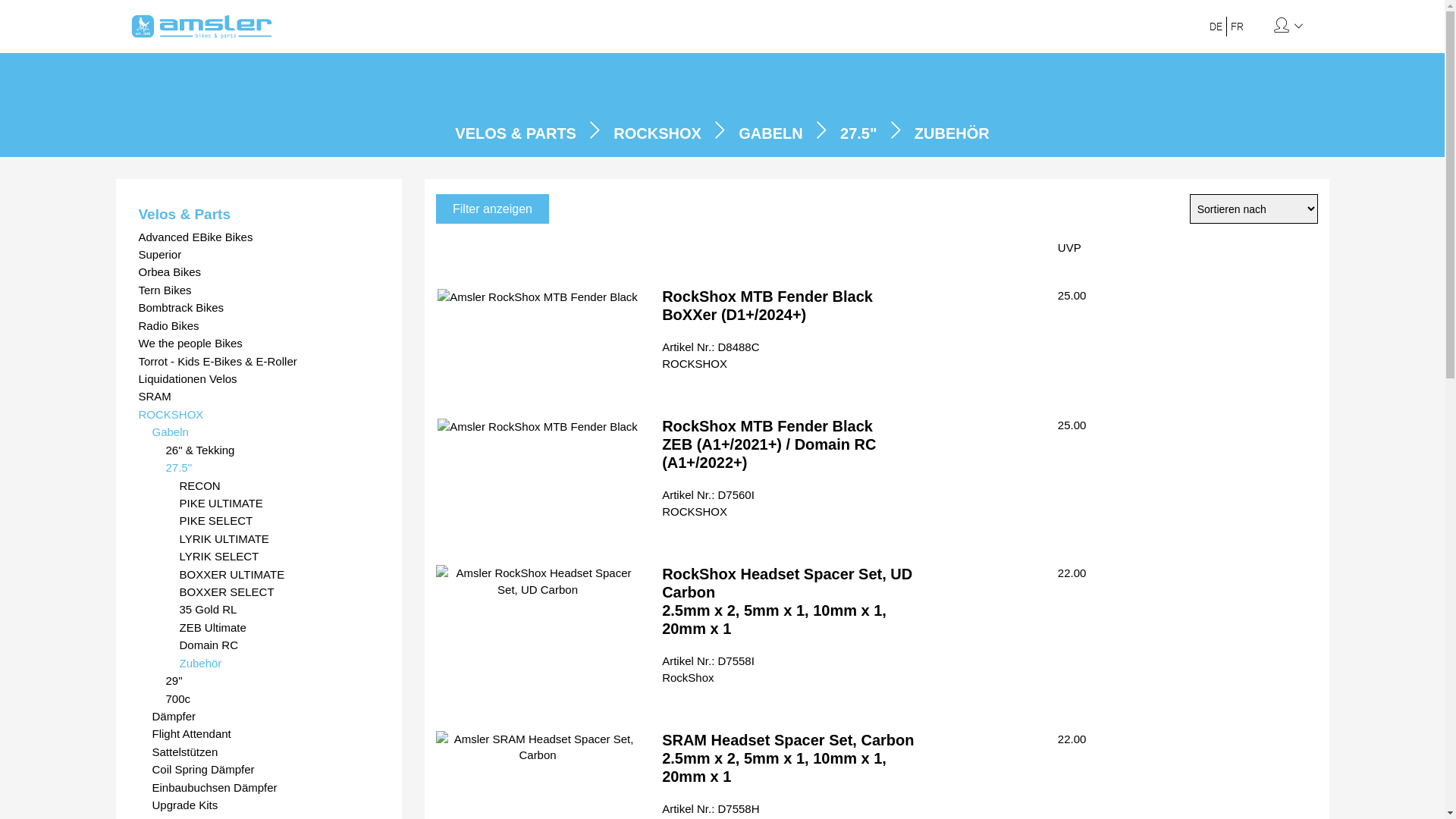  What do you see at coordinates (279, 627) in the screenshot?
I see `'ZEB Ultimate'` at bounding box center [279, 627].